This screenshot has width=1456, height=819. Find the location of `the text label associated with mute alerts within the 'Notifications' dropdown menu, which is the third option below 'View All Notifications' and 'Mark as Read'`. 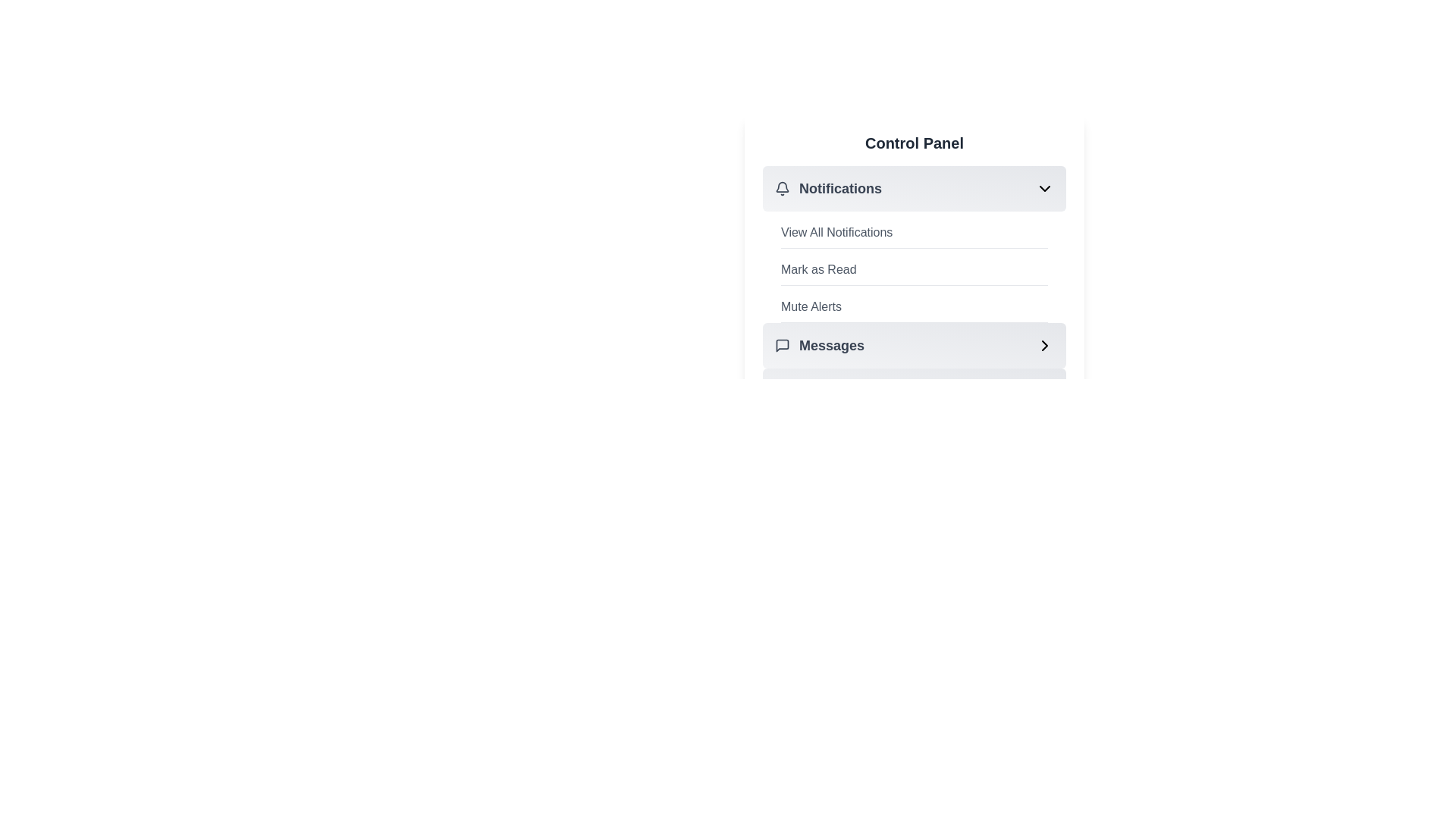

the text label associated with mute alerts within the 'Notifications' dropdown menu, which is the third option below 'View All Notifications' and 'Mark as Read' is located at coordinates (811, 307).